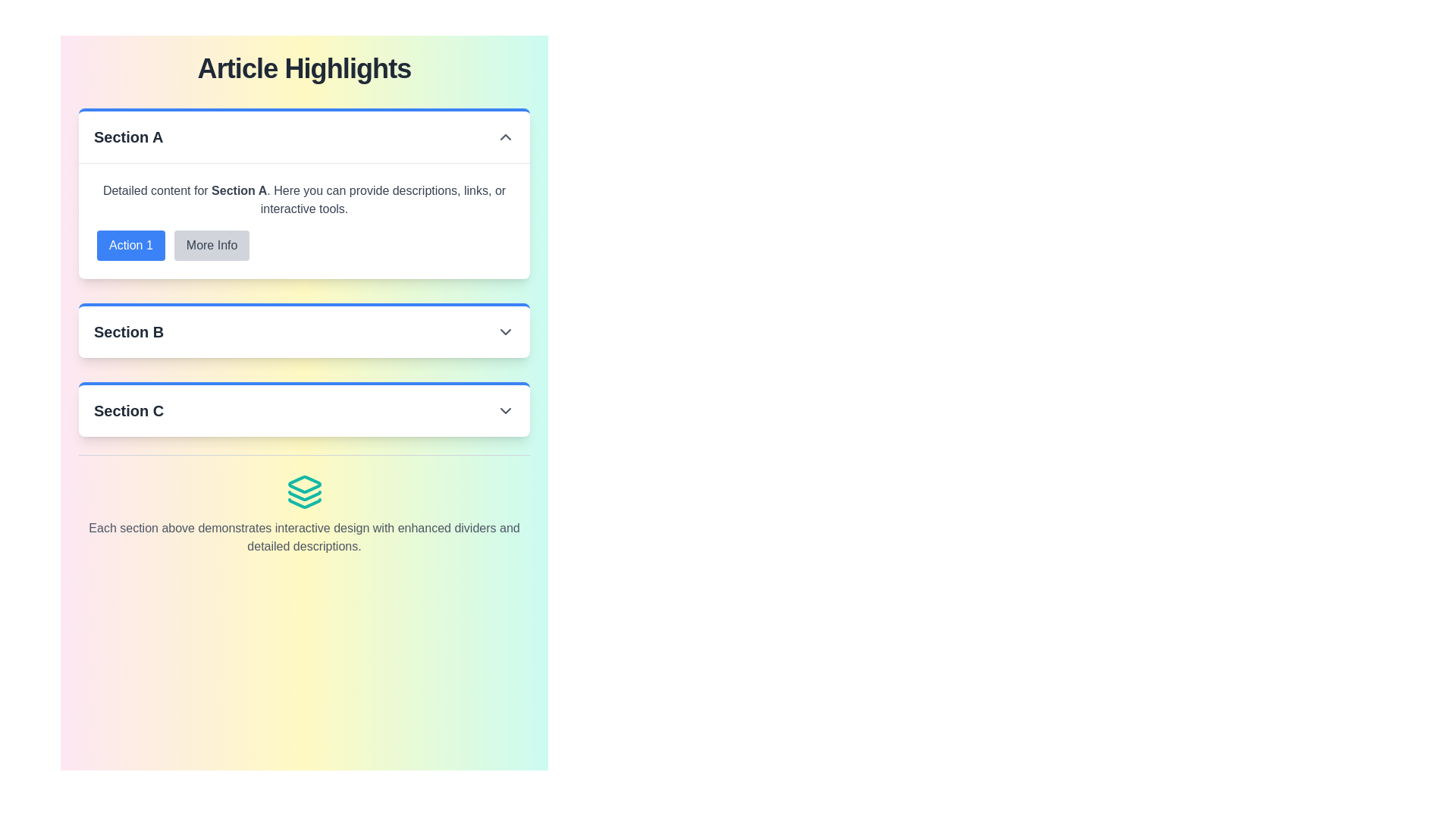 Image resolution: width=1456 pixels, height=819 pixels. What do you see at coordinates (303, 199) in the screenshot?
I see `the Text Block that provides descriptive information about the content or functionality of 'Section A', located directly under the heading 'Section A'` at bounding box center [303, 199].